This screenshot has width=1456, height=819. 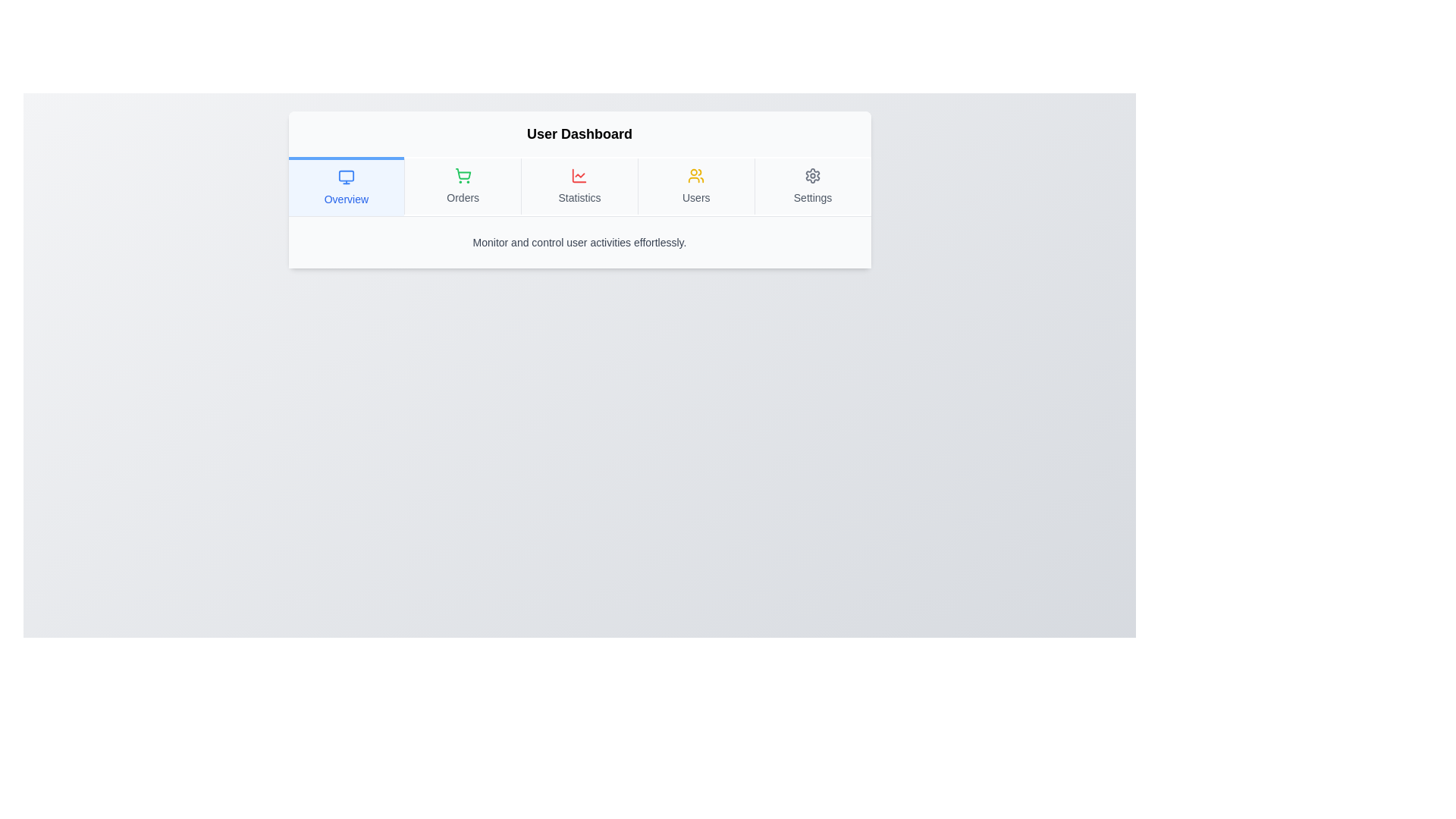 I want to click on the Navigation button located between the 'Overview' button and the 'Statistics' button, so click(x=462, y=186).